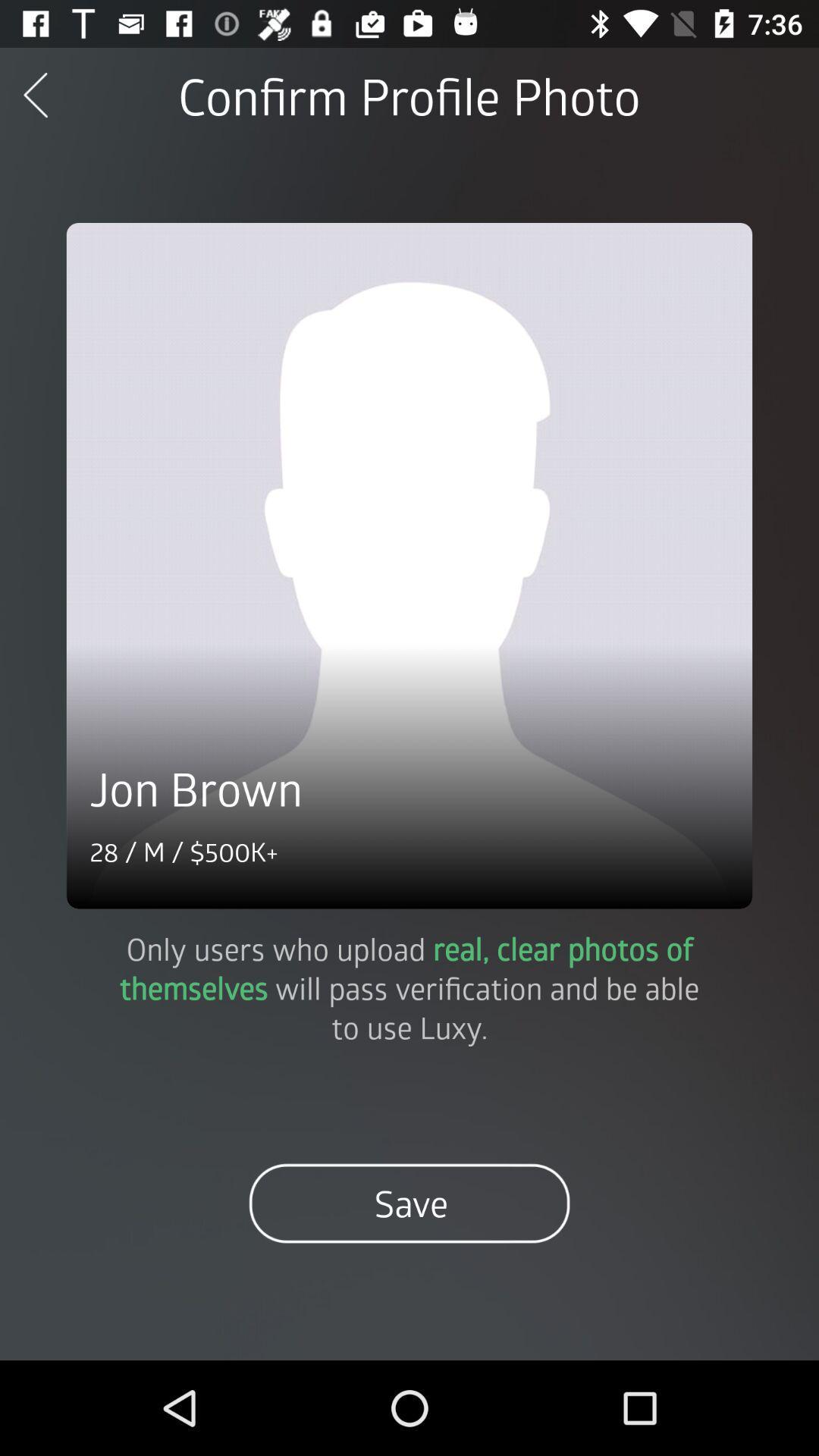 Image resolution: width=819 pixels, height=1456 pixels. Describe the element at coordinates (408, 94) in the screenshot. I see `the confirm profile photo icon` at that location.